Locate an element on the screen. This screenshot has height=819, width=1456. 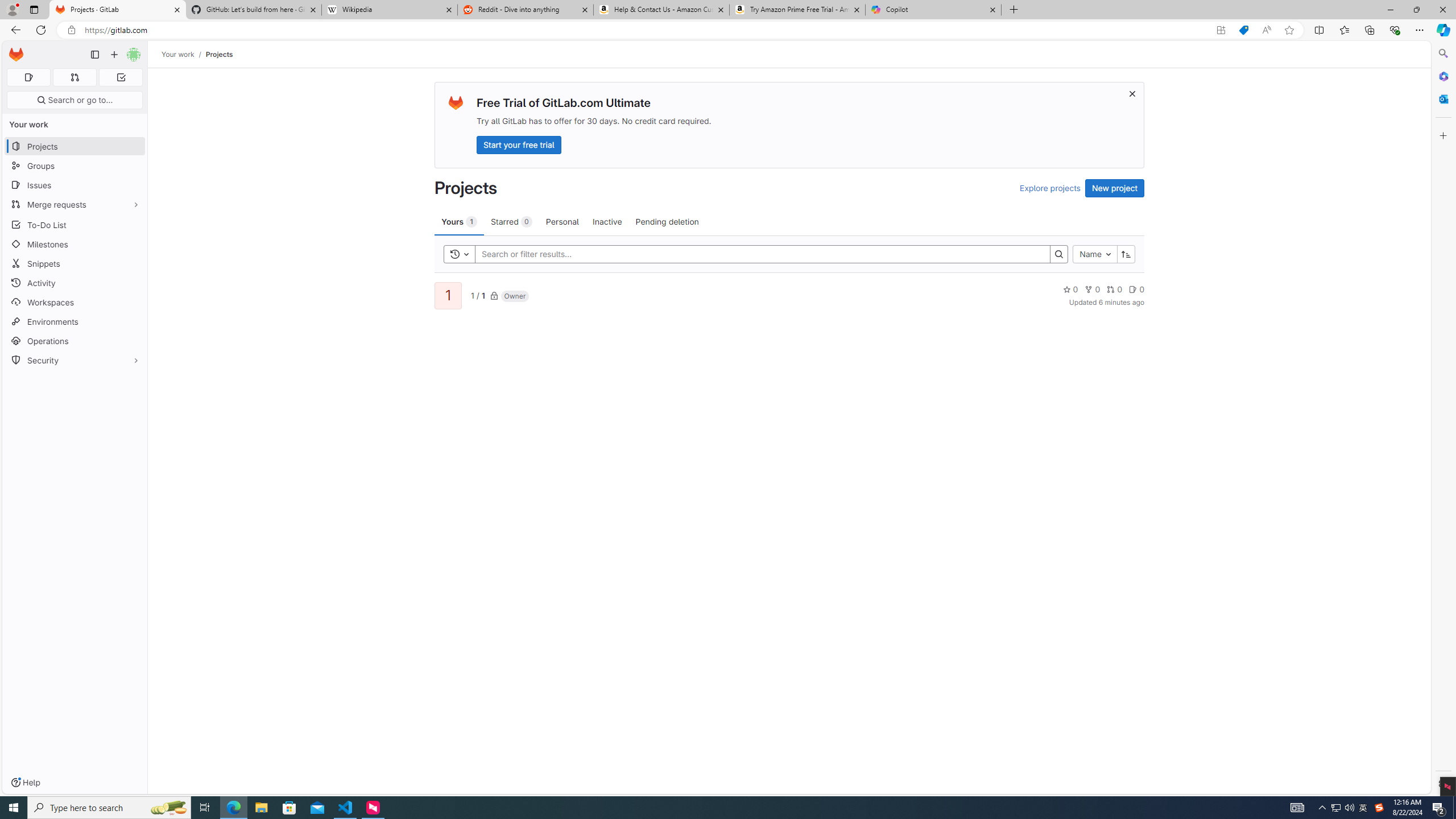
'To-Do List' is located at coordinates (74, 224).